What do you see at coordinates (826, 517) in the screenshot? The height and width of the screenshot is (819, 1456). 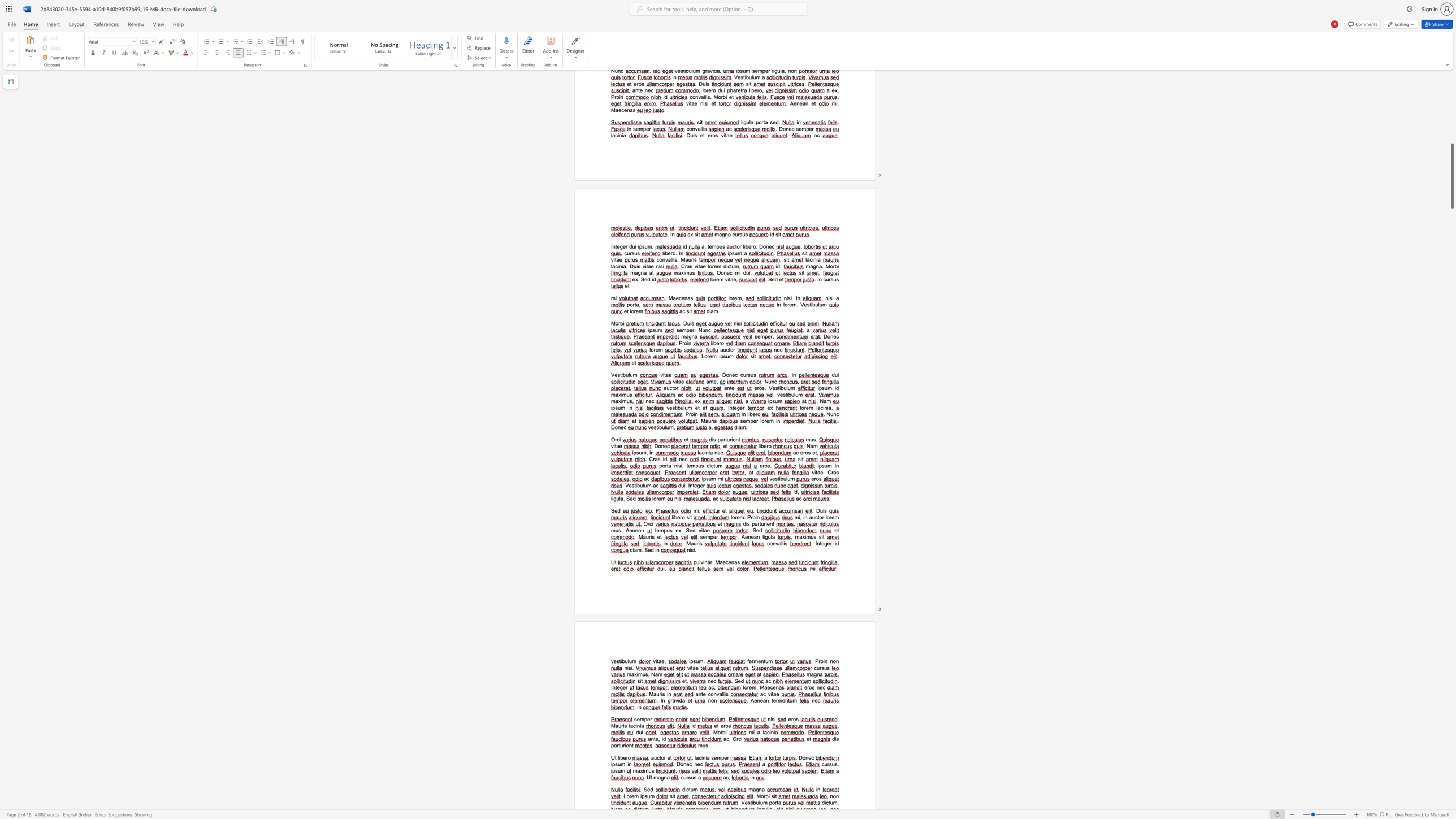 I see `the 1th character "l" in the text` at bounding box center [826, 517].